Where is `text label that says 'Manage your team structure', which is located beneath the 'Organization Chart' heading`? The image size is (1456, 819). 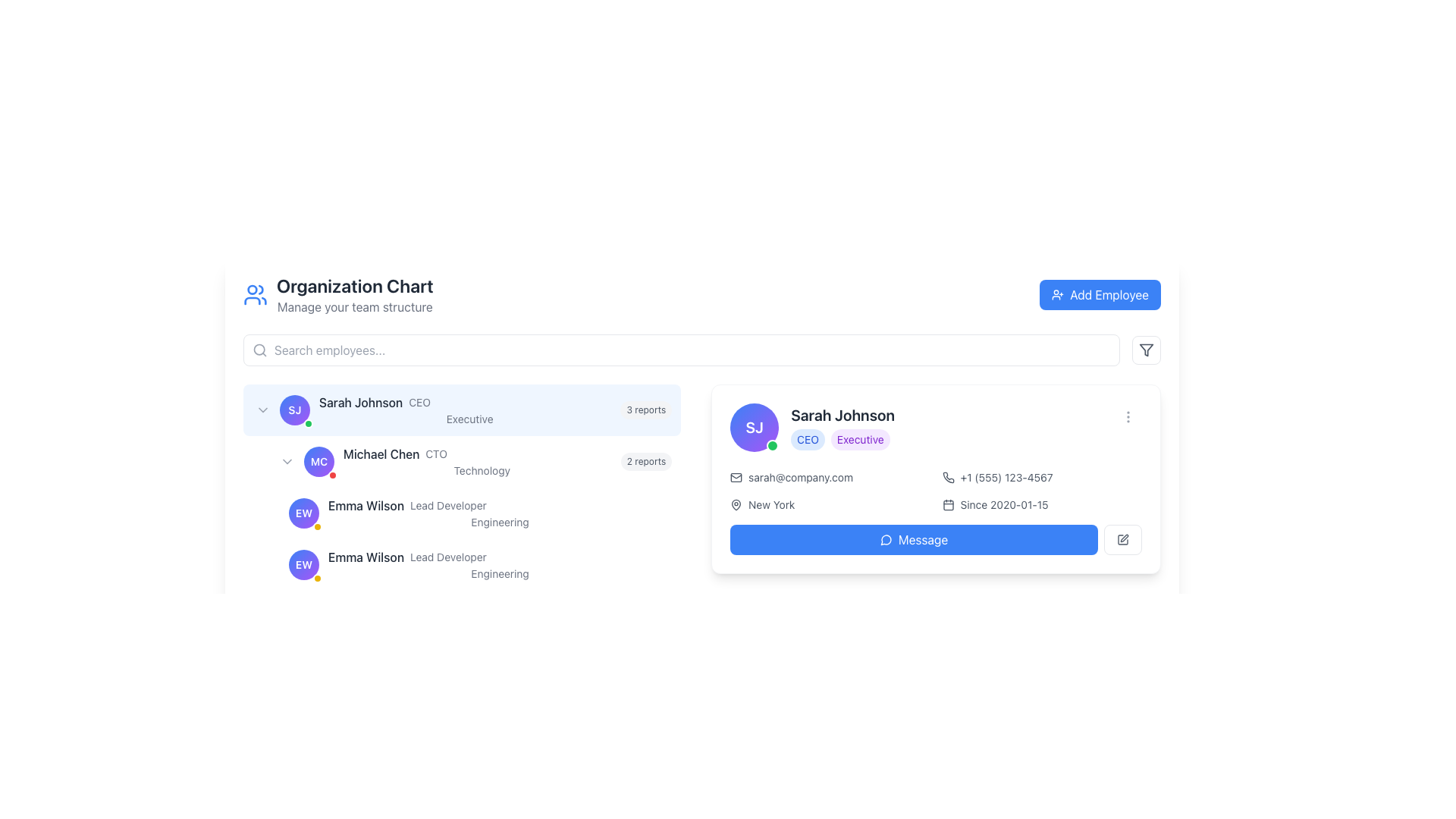
text label that says 'Manage your team structure', which is located beneath the 'Organization Chart' heading is located at coordinates (354, 307).